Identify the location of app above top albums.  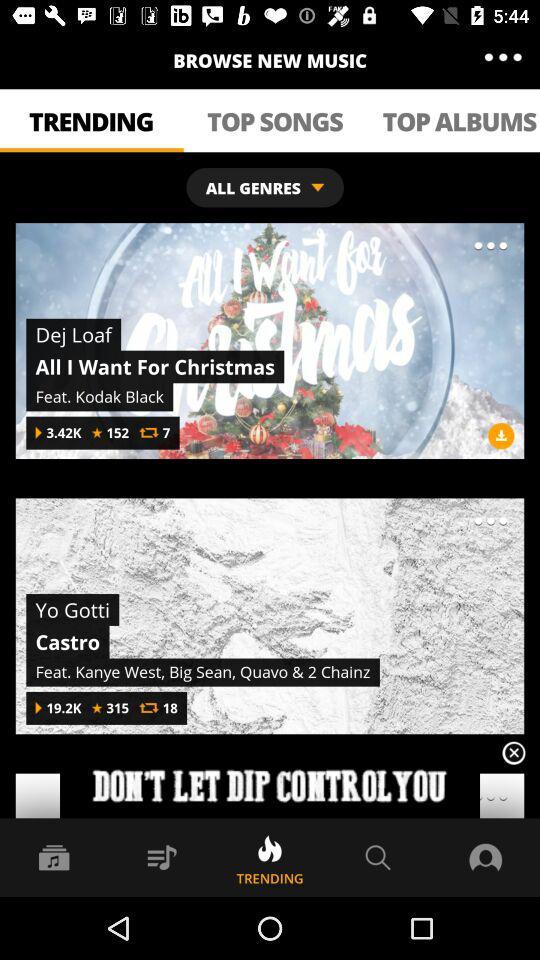
(502, 56).